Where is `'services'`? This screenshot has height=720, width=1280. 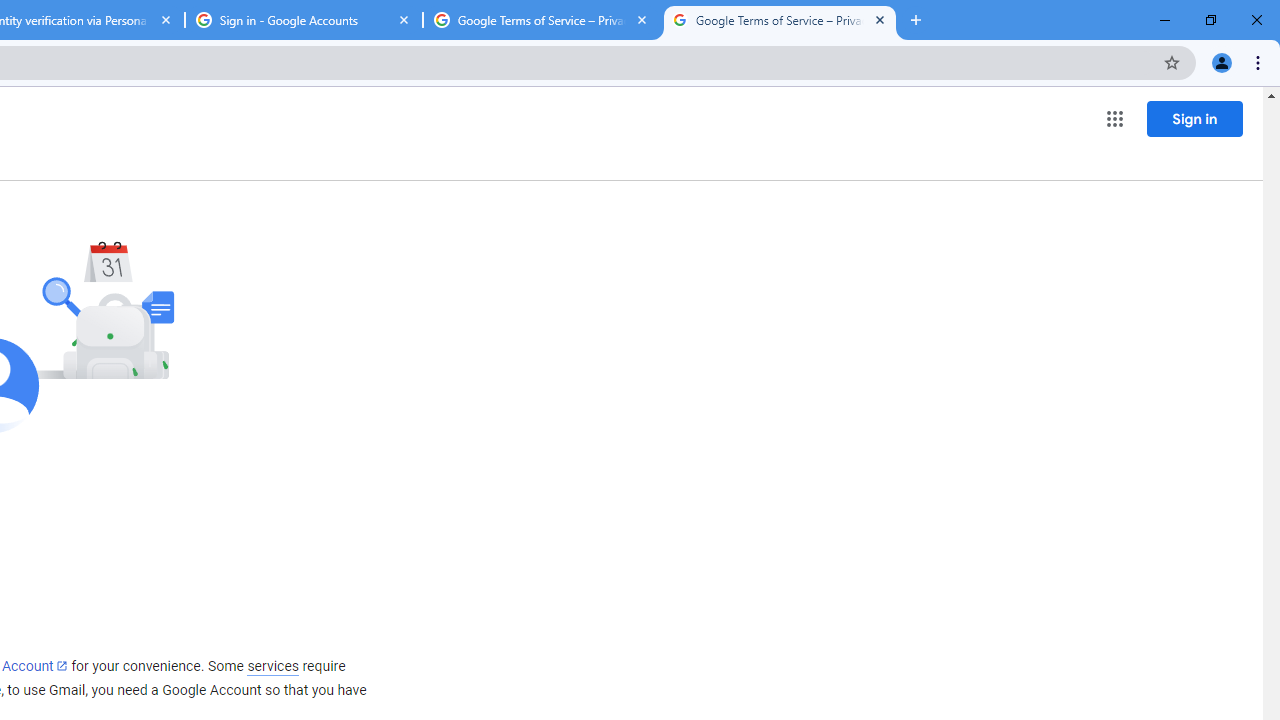 'services' is located at coordinates (272, 666).